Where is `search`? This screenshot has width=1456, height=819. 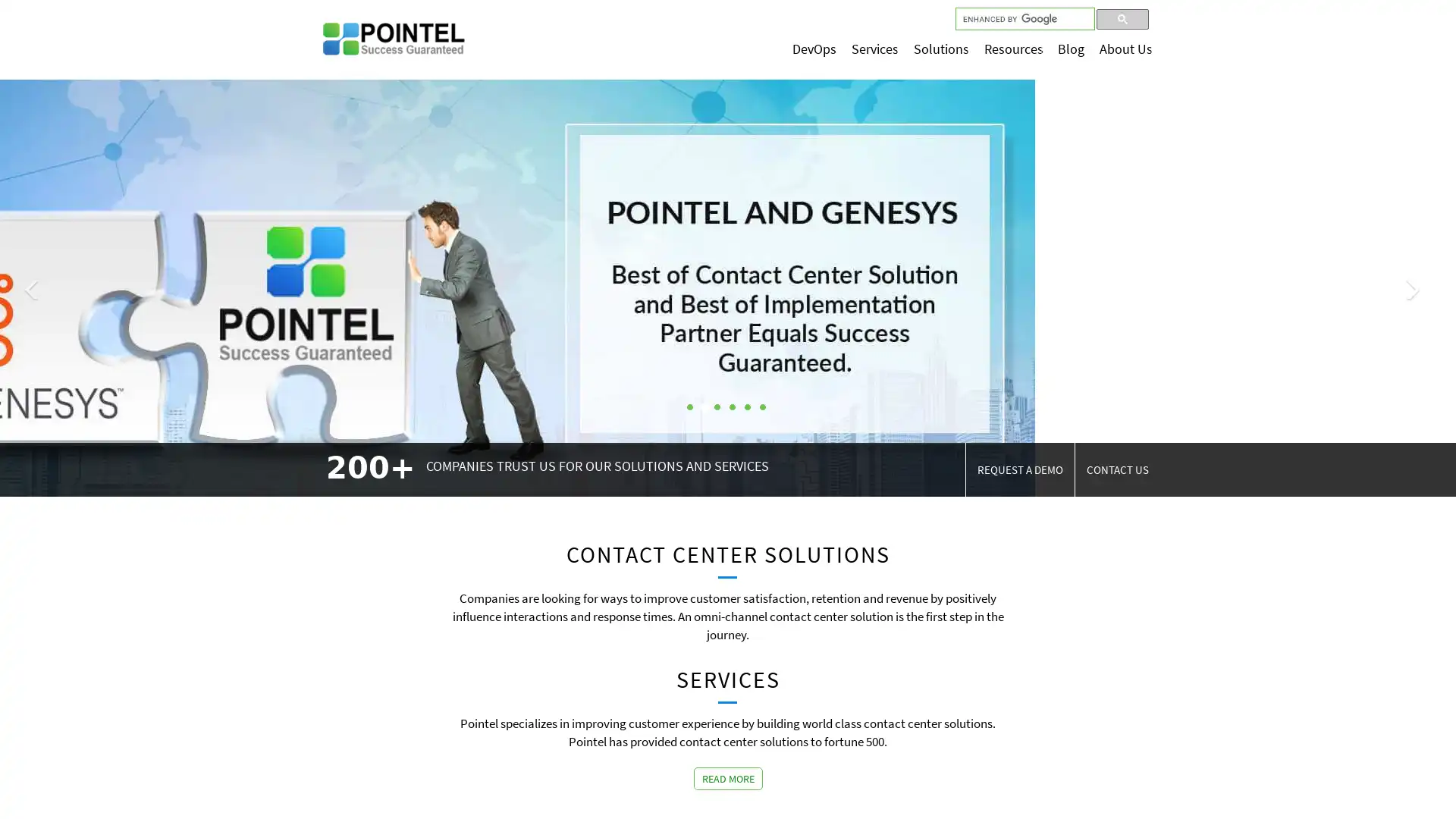 search is located at coordinates (1122, 18).